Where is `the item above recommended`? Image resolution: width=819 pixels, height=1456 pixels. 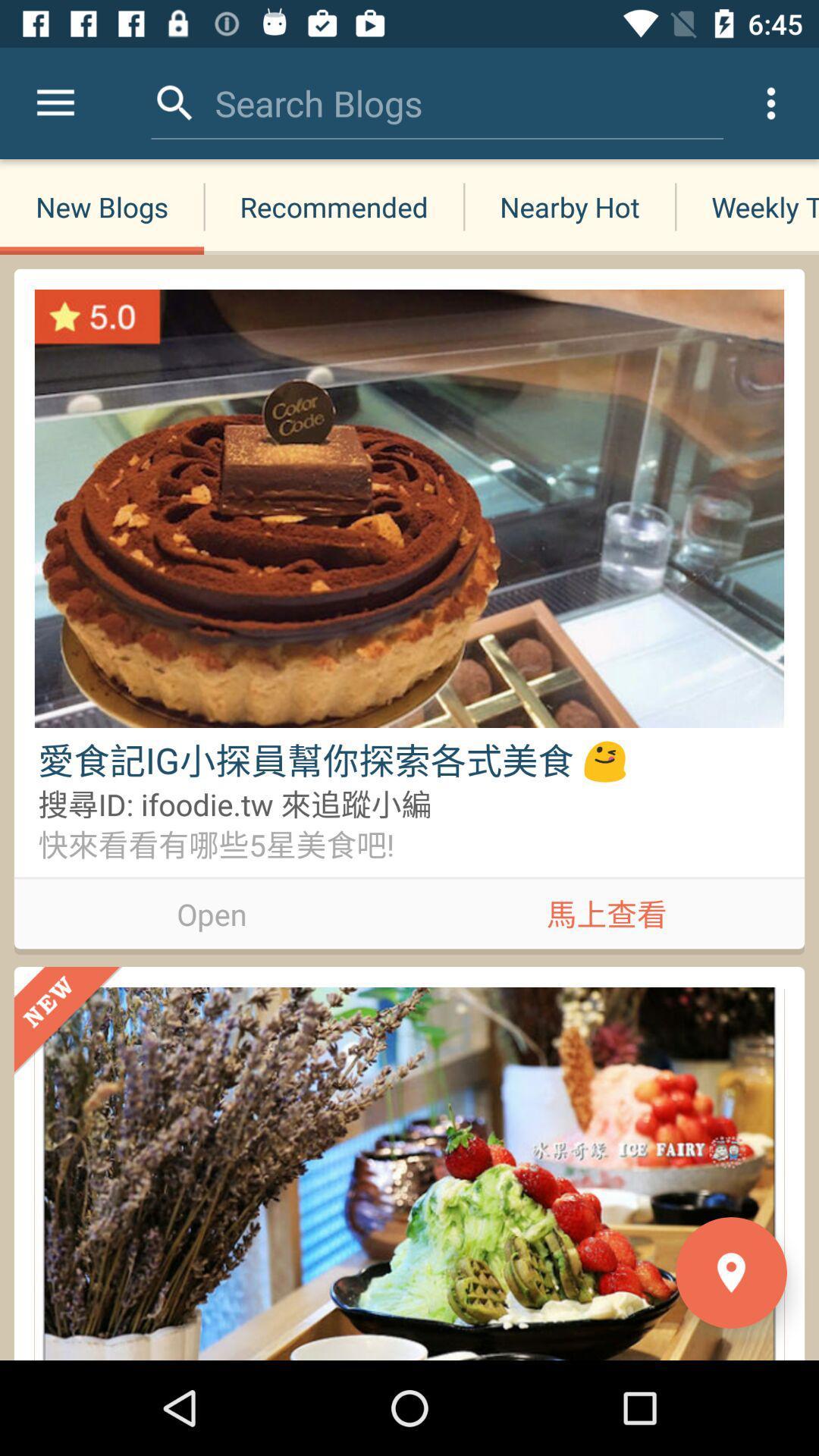 the item above recommended is located at coordinates (318, 102).